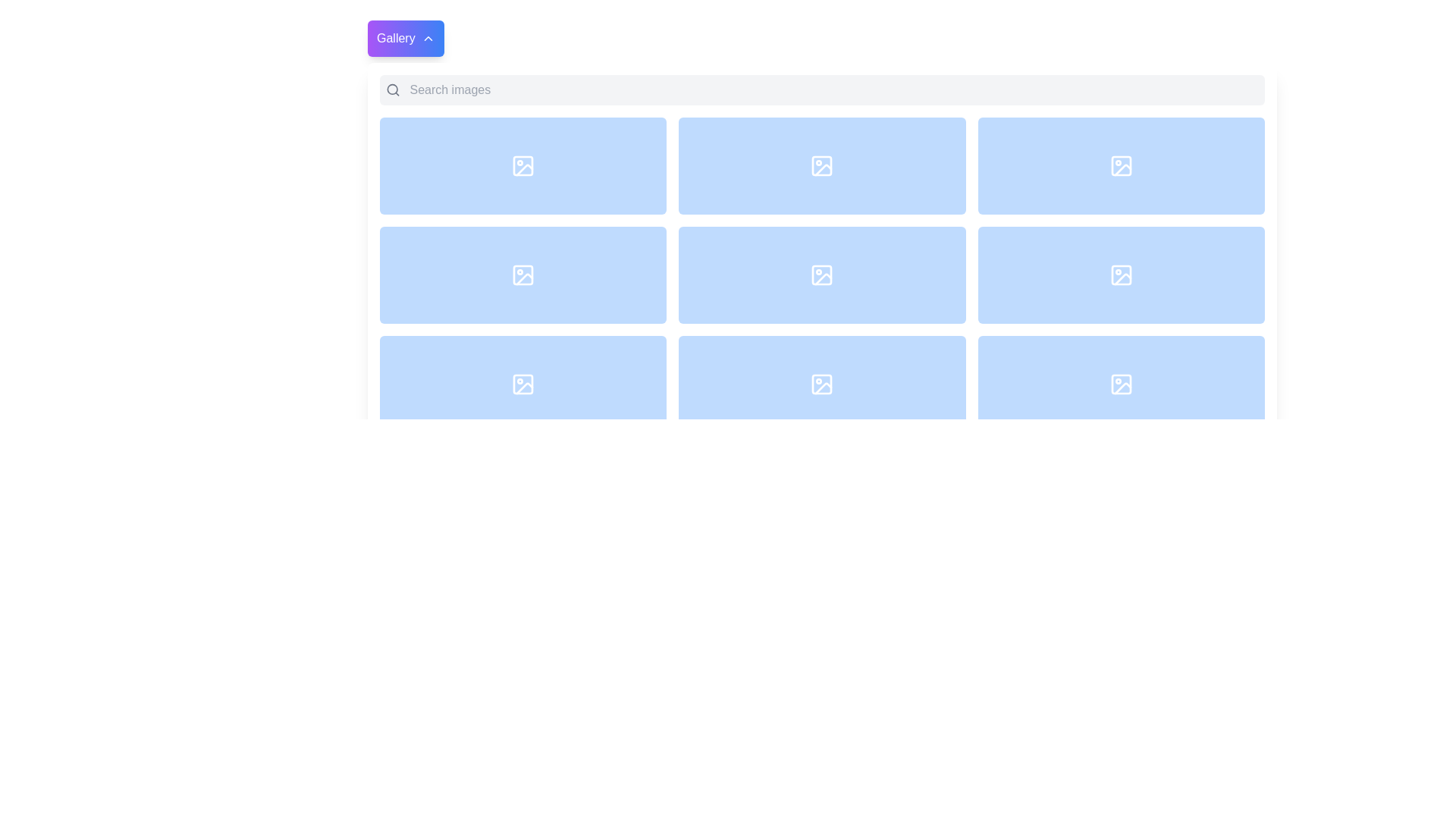  I want to click on the image icon, which is styled with a square frame enclosing a circular shape, located at the center of the middle row in a grid layout, so click(821, 275).